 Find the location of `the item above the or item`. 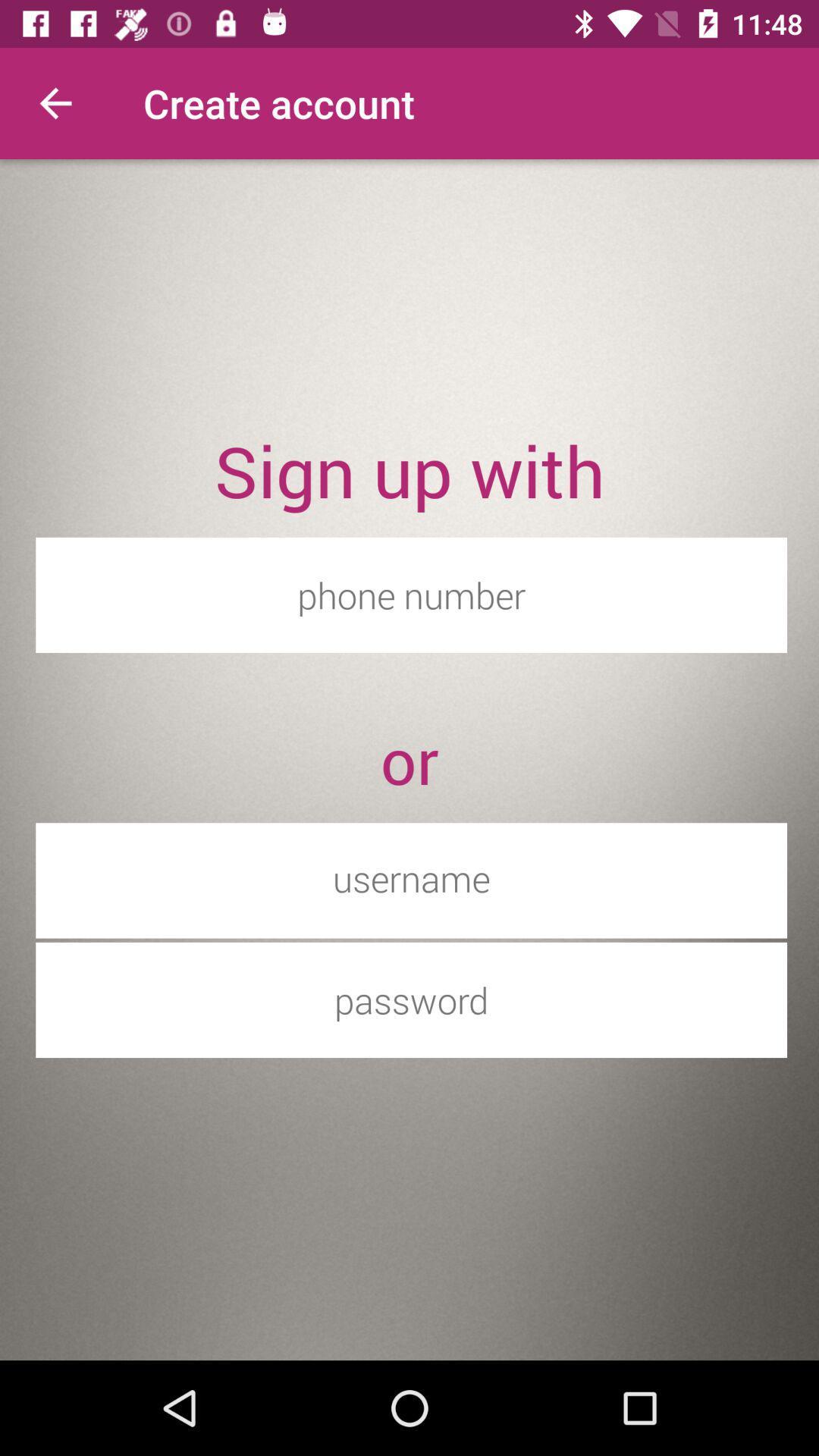

the item above the or item is located at coordinates (411, 594).